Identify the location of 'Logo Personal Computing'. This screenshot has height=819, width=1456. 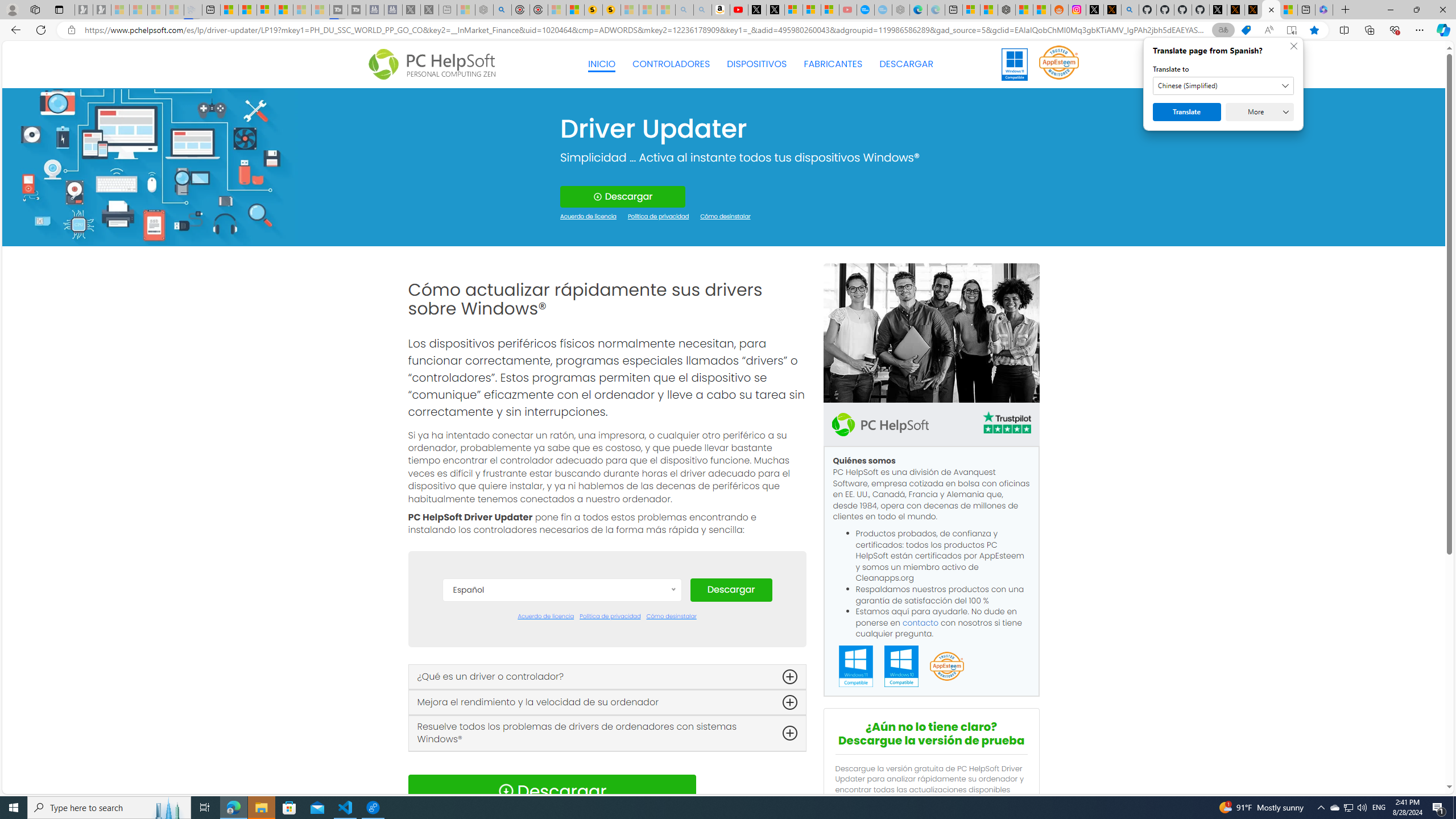
(435, 64).